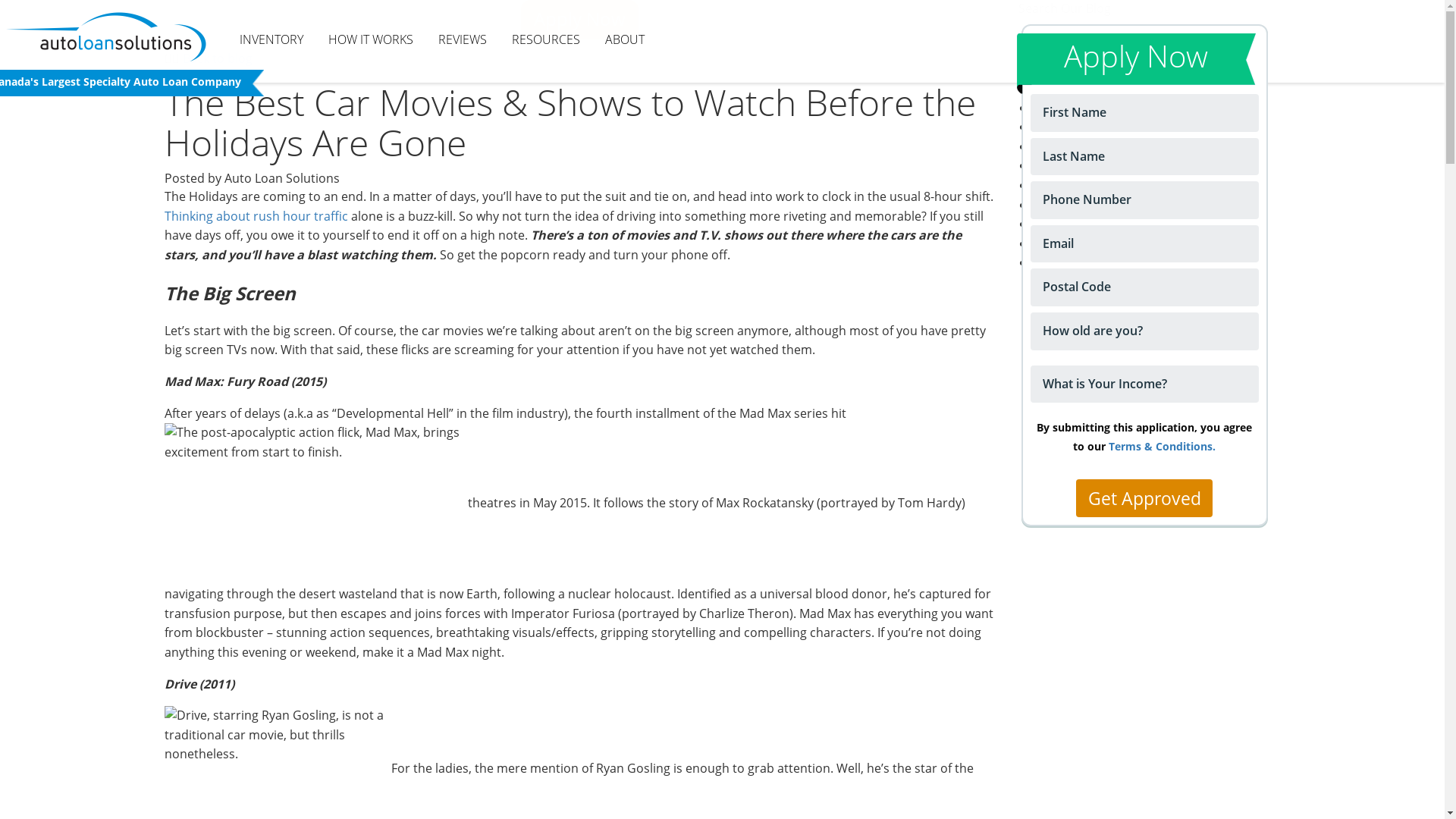 This screenshot has height=819, width=1456. I want to click on 'RESOURCES', so click(546, 39).